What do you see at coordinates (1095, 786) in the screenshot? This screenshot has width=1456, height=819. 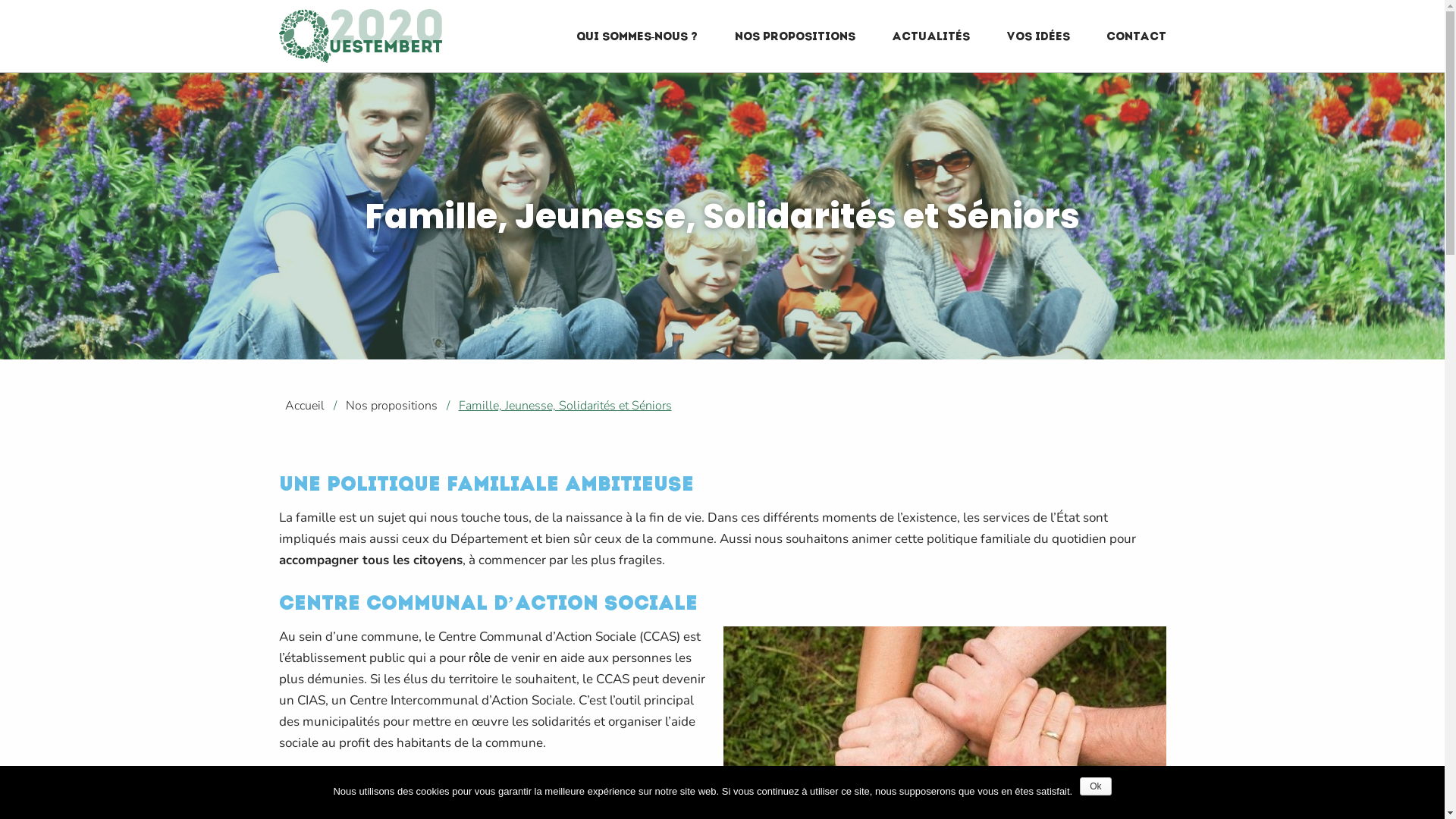 I see `'Ok'` at bounding box center [1095, 786].